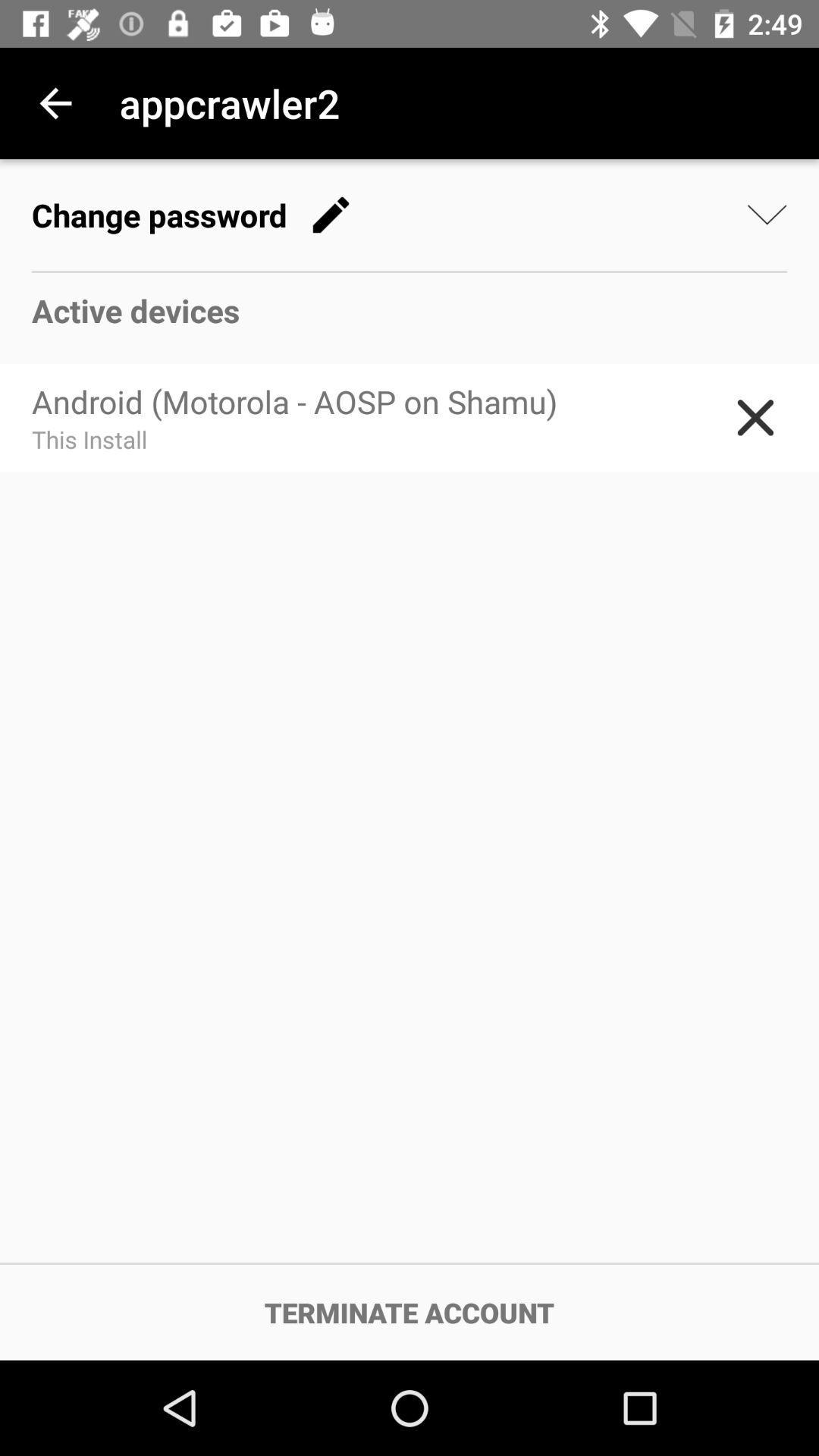 This screenshot has height=1456, width=819. What do you see at coordinates (55, 102) in the screenshot?
I see `the app to the left of the appcrawler2 item` at bounding box center [55, 102].